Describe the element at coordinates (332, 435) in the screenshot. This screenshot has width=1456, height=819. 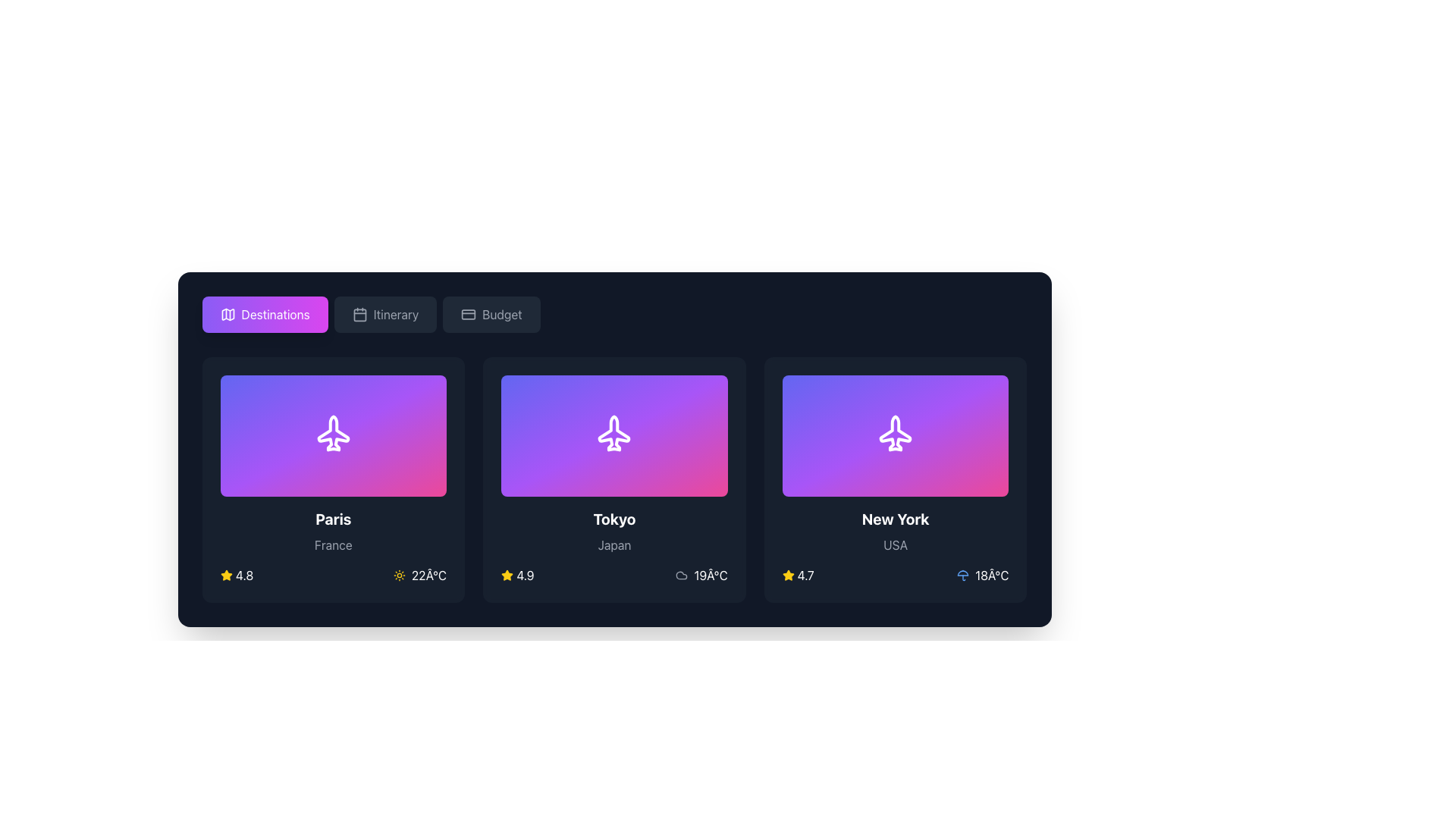
I see `the airplane icon representing the destination 'Paris, France', which is centered vertically in the first card and features a sleek, modern design with a gradient background` at that location.